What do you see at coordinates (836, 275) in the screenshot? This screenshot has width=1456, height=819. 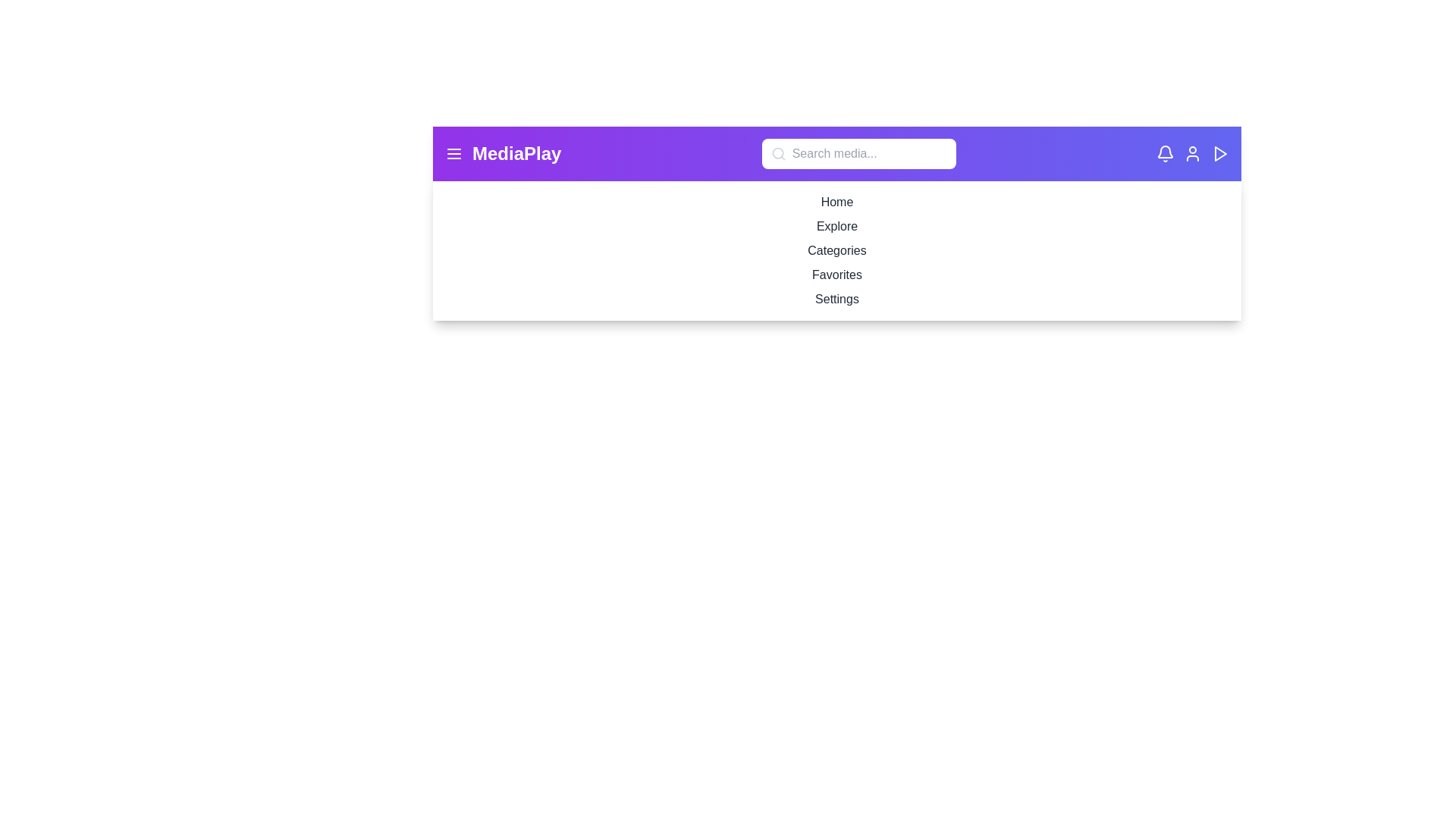 I see `the 'Favorites' navigational link` at bounding box center [836, 275].